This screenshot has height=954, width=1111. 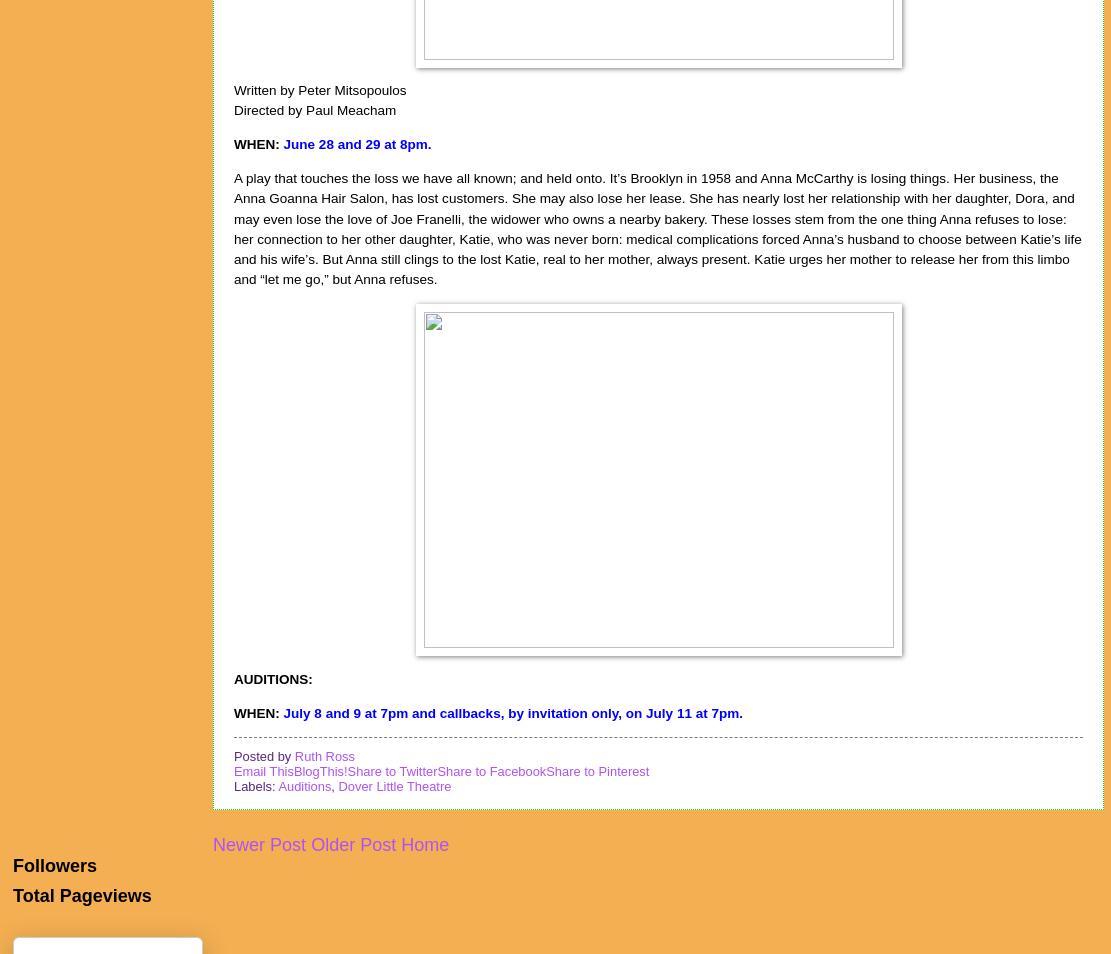 What do you see at coordinates (272, 677) in the screenshot?
I see `'AUDITIONS:'` at bounding box center [272, 677].